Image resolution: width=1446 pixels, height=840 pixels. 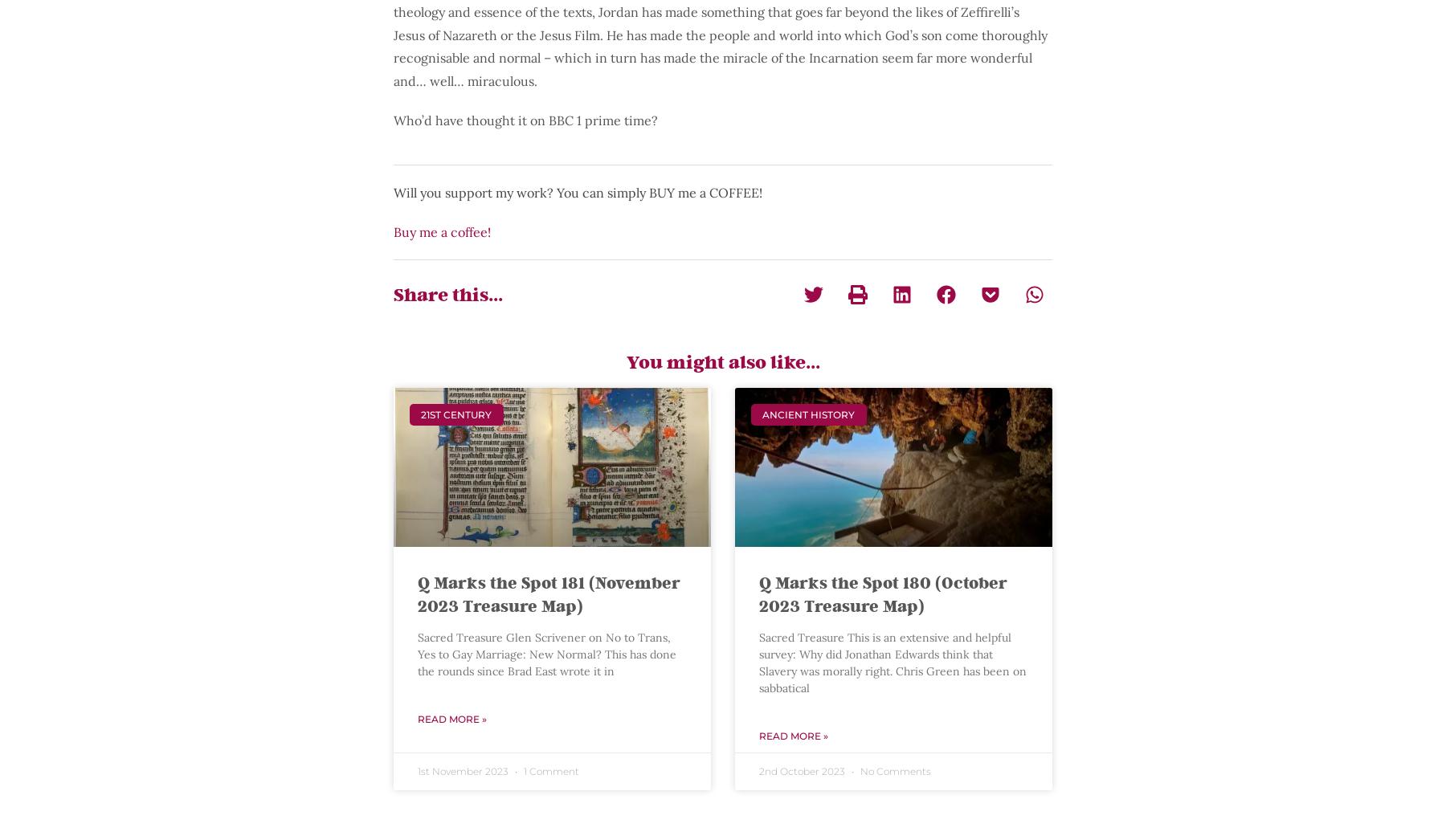 I want to click on '1st November 2023', so click(x=464, y=770).